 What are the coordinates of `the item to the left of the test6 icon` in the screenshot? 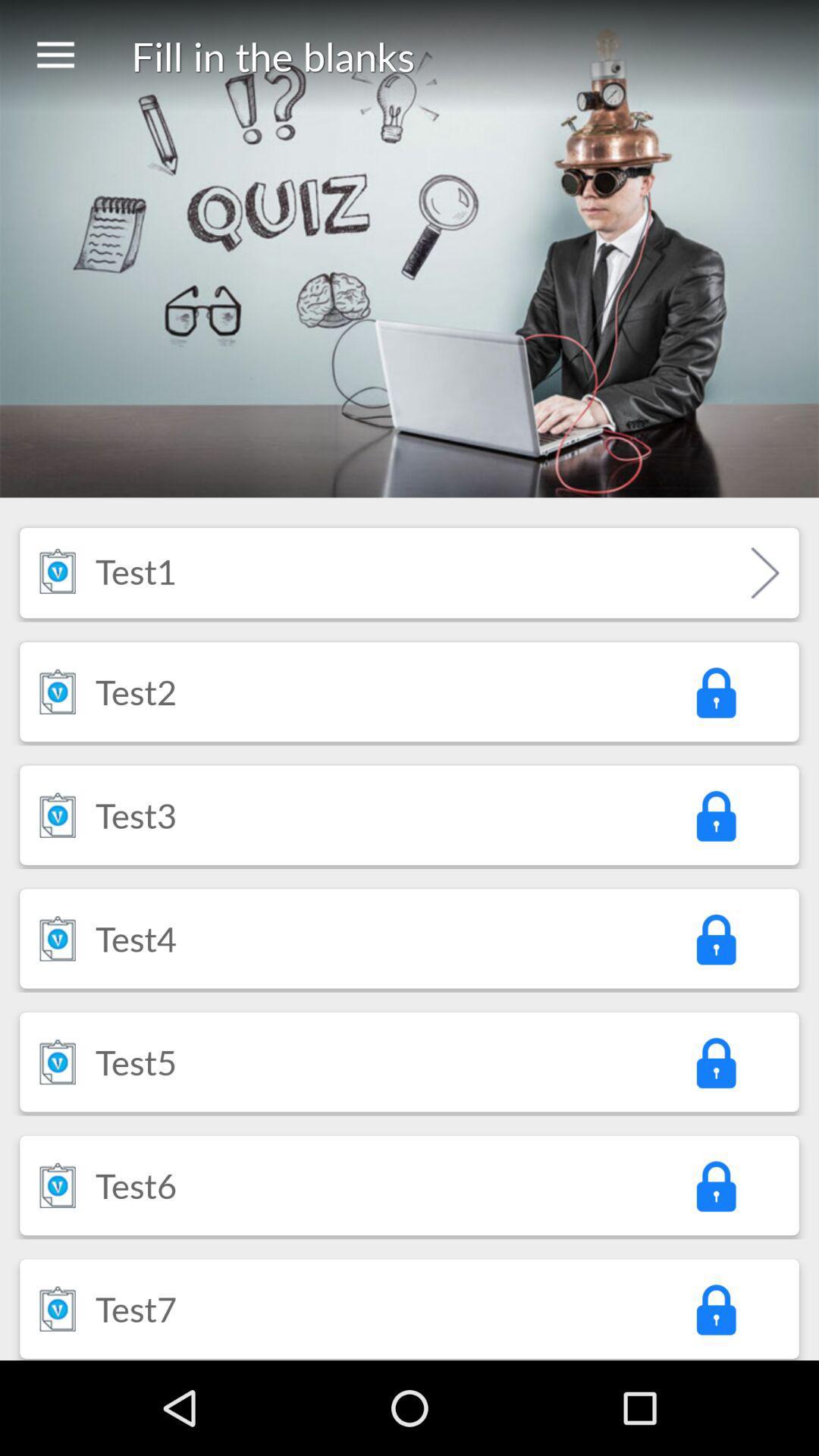 It's located at (57, 1185).